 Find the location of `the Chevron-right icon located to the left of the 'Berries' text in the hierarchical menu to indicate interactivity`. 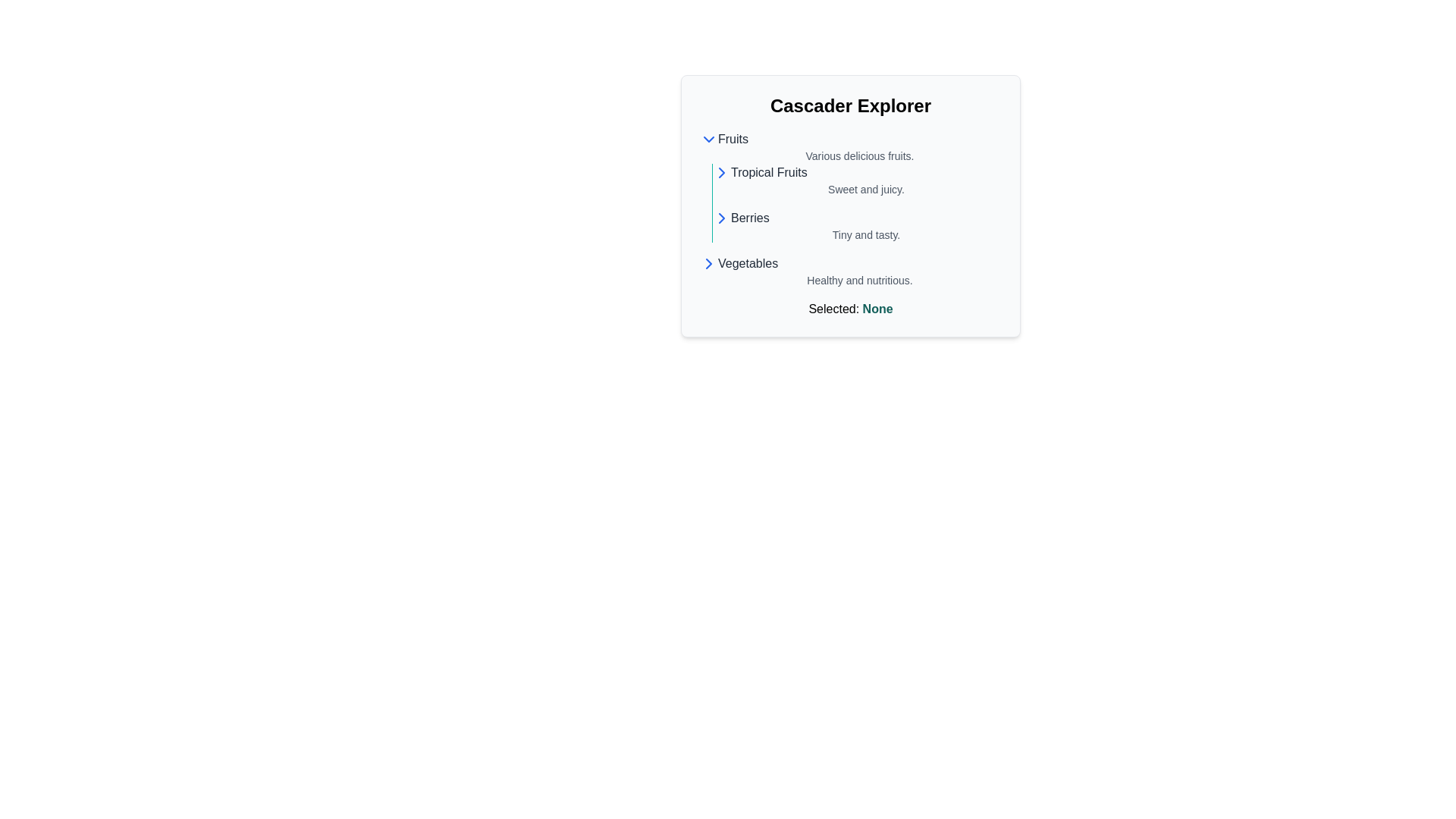

the Chevron-right icon located to the left of the 'Berries' text in the hierarchical menu to indicate interactivity is located at coordinates (720, 218).